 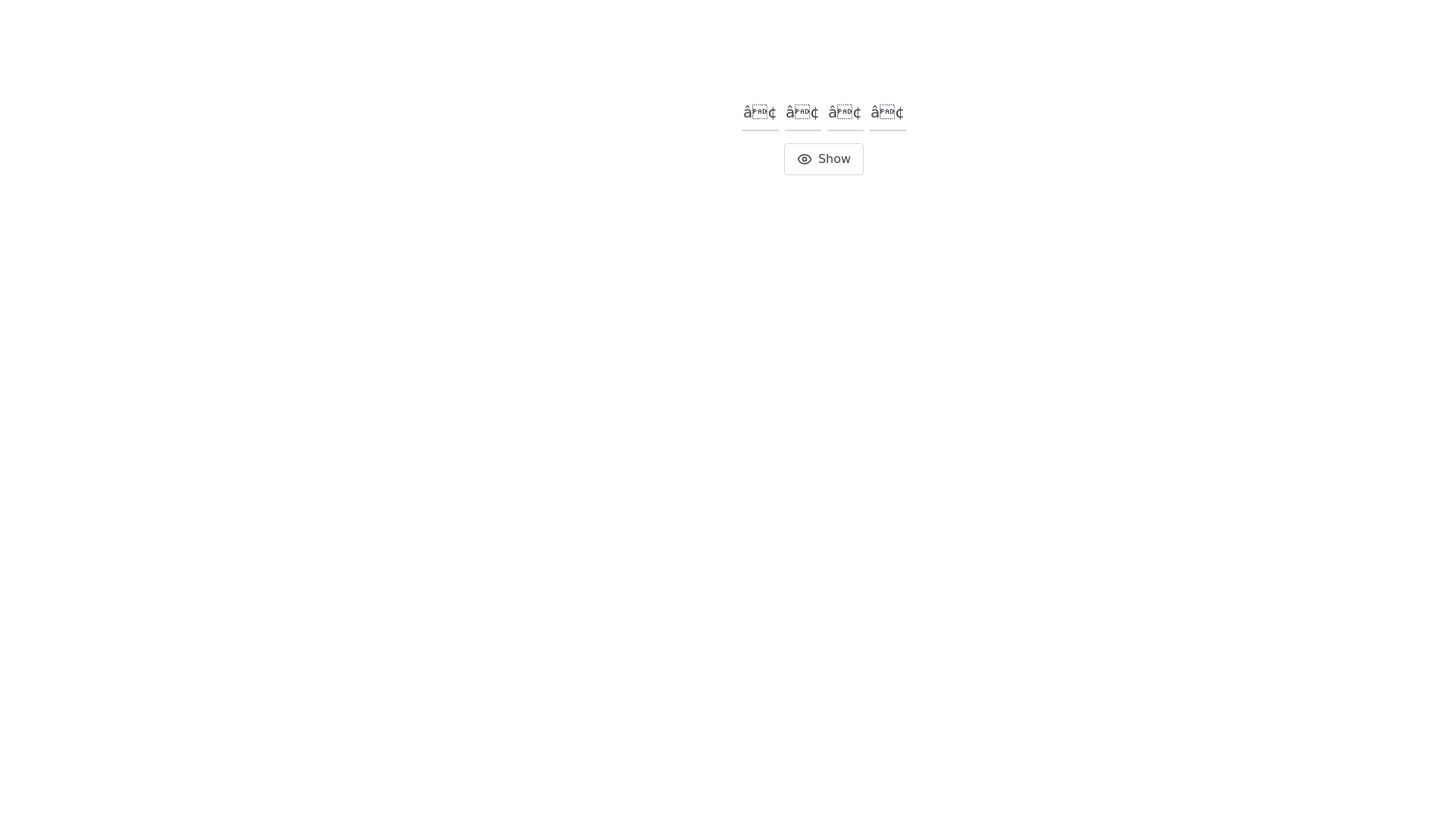 I want to click on the third text input field in a row of four horizontally aligned input boxes to focus on it, so click(x=844, y=112).